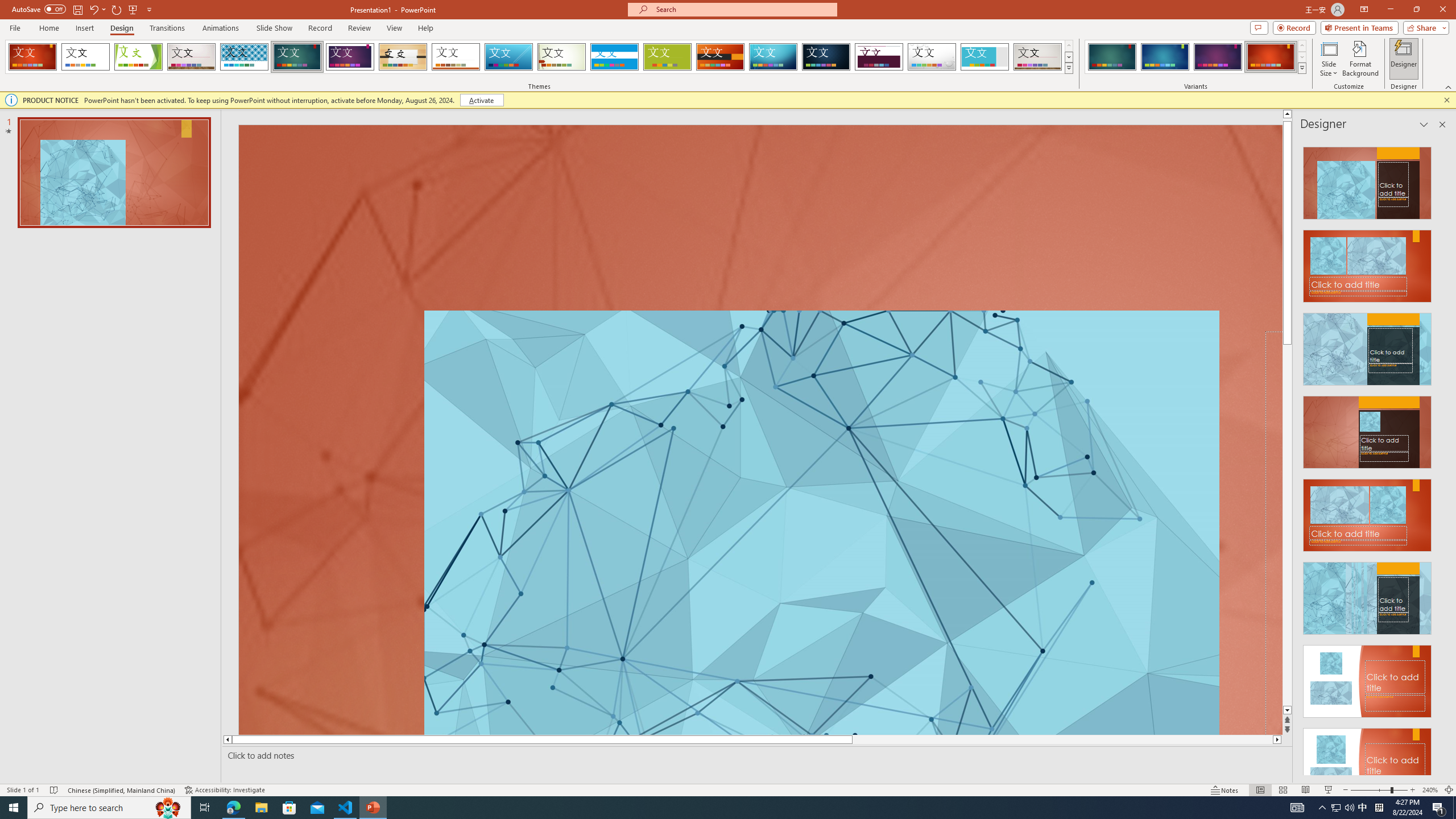 Image resolution: width=1456 pixels, height=819 pixels. What do you see at coordinates (539, 56) in the screenshot?
I see `'AutomationID: SlideThemesGallery'` at bounding box center [539, 56].